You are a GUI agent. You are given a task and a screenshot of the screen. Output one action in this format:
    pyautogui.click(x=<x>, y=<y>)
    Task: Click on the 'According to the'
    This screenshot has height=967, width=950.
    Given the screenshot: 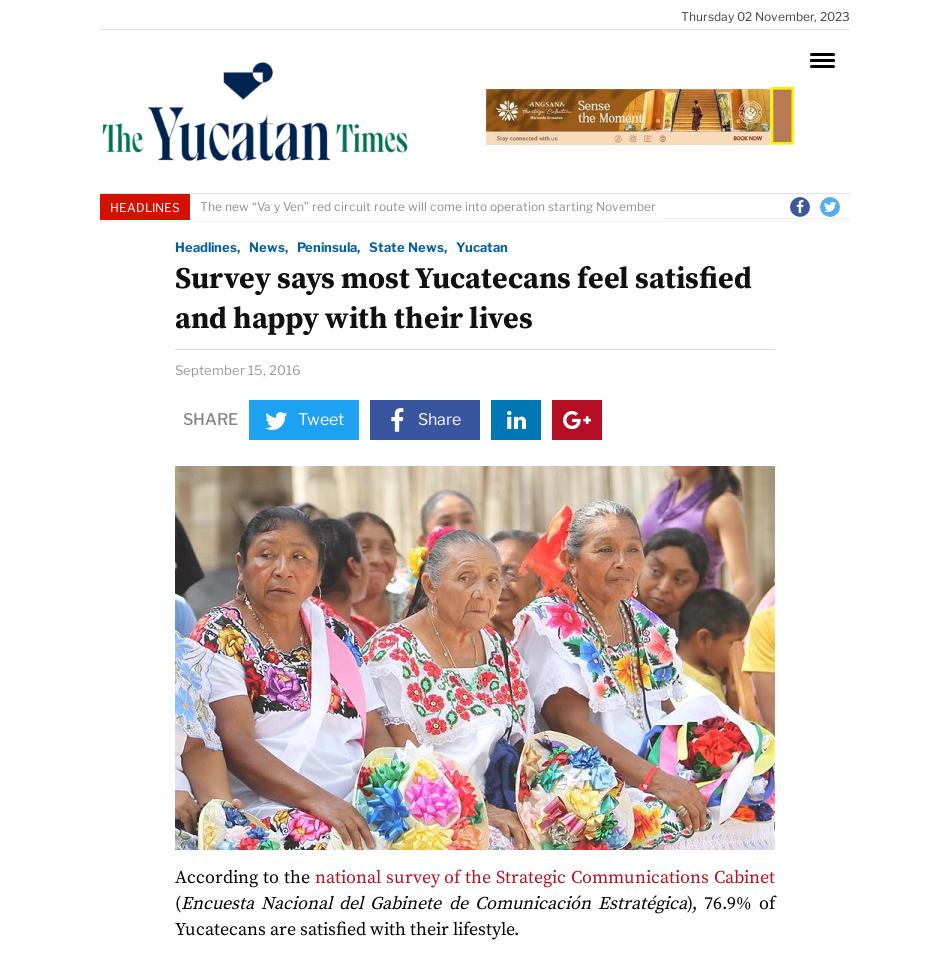 What is the action you would take?
    pyautogui.click(x=243, y=876)
    